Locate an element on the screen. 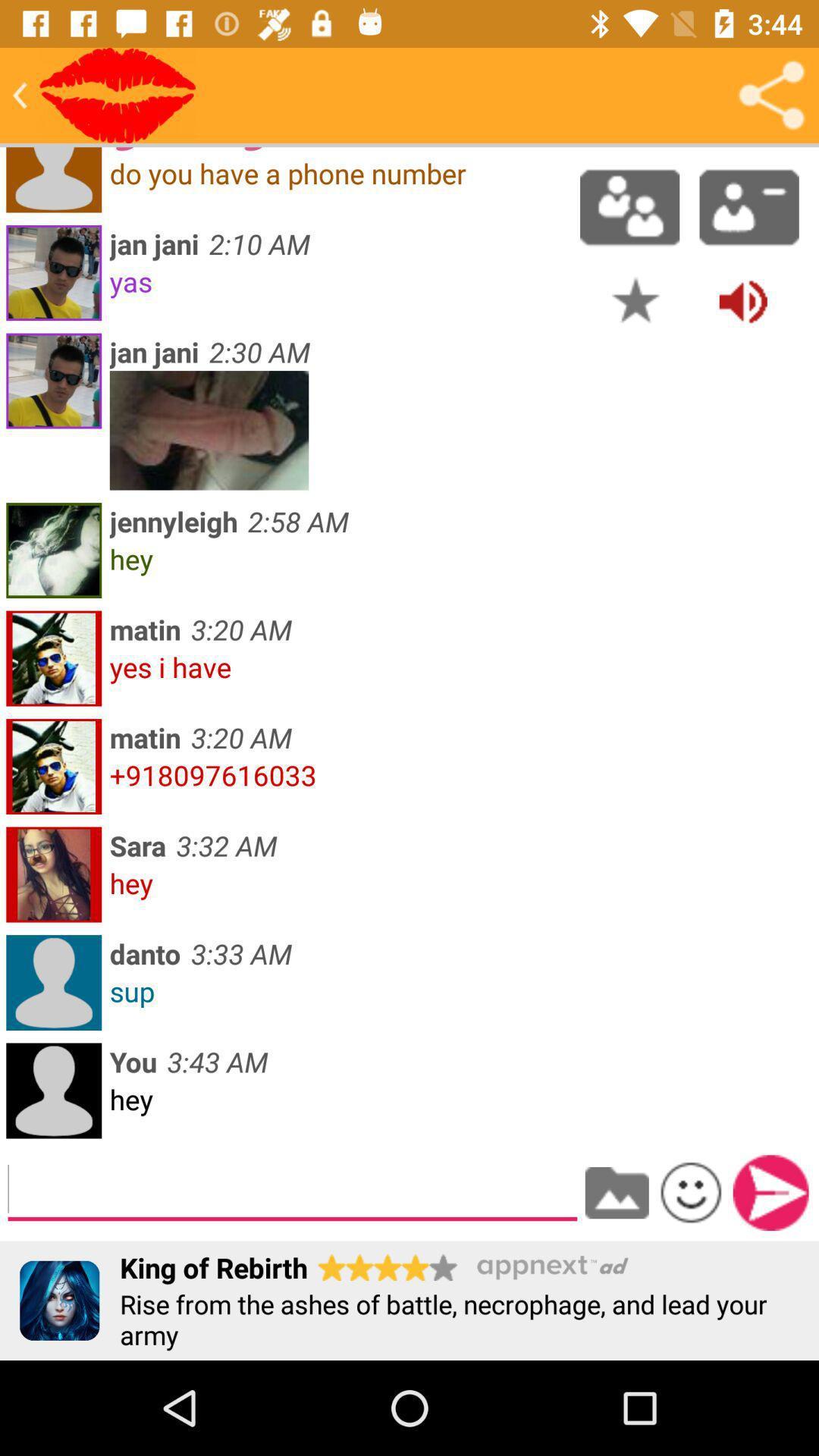  favorite is located at coordinates (635, 300).